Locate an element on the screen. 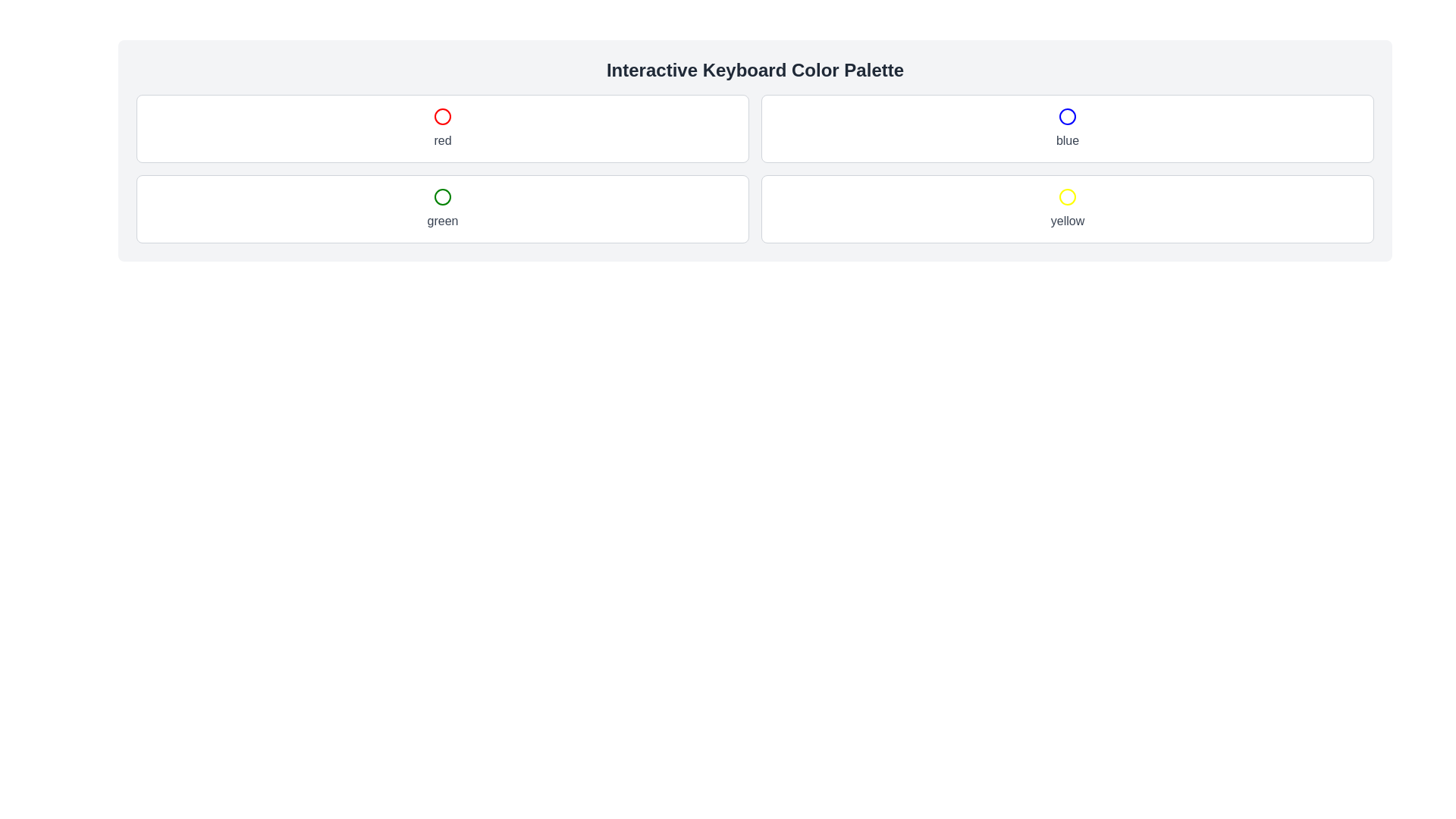  the yellow Circle SVG element in the interactive keyboard color palette, located in the bottom row of a 2x2 grid, second position from the left is located at coordinates (1066, 196).